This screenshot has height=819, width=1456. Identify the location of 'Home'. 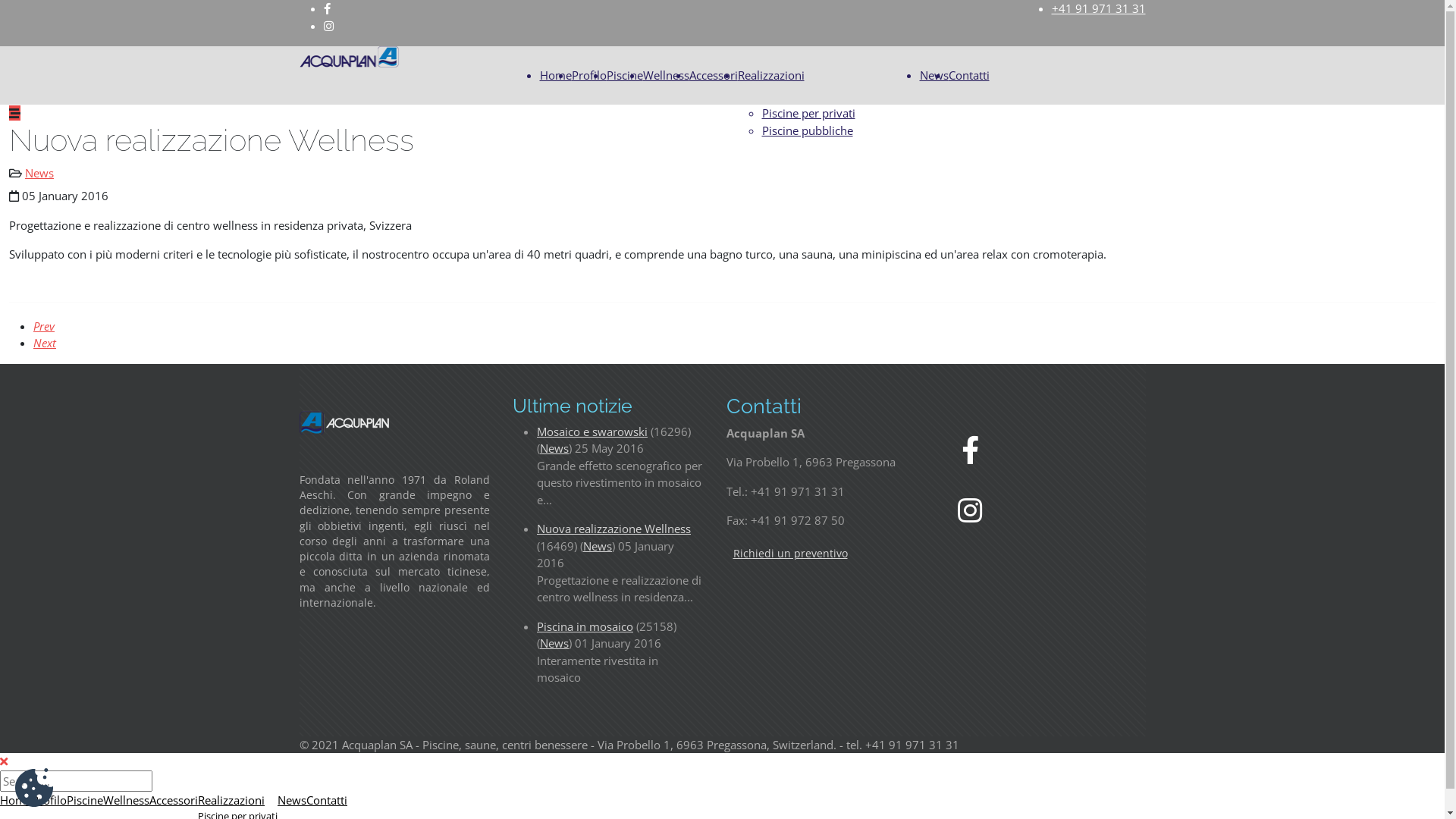
(555, 75).